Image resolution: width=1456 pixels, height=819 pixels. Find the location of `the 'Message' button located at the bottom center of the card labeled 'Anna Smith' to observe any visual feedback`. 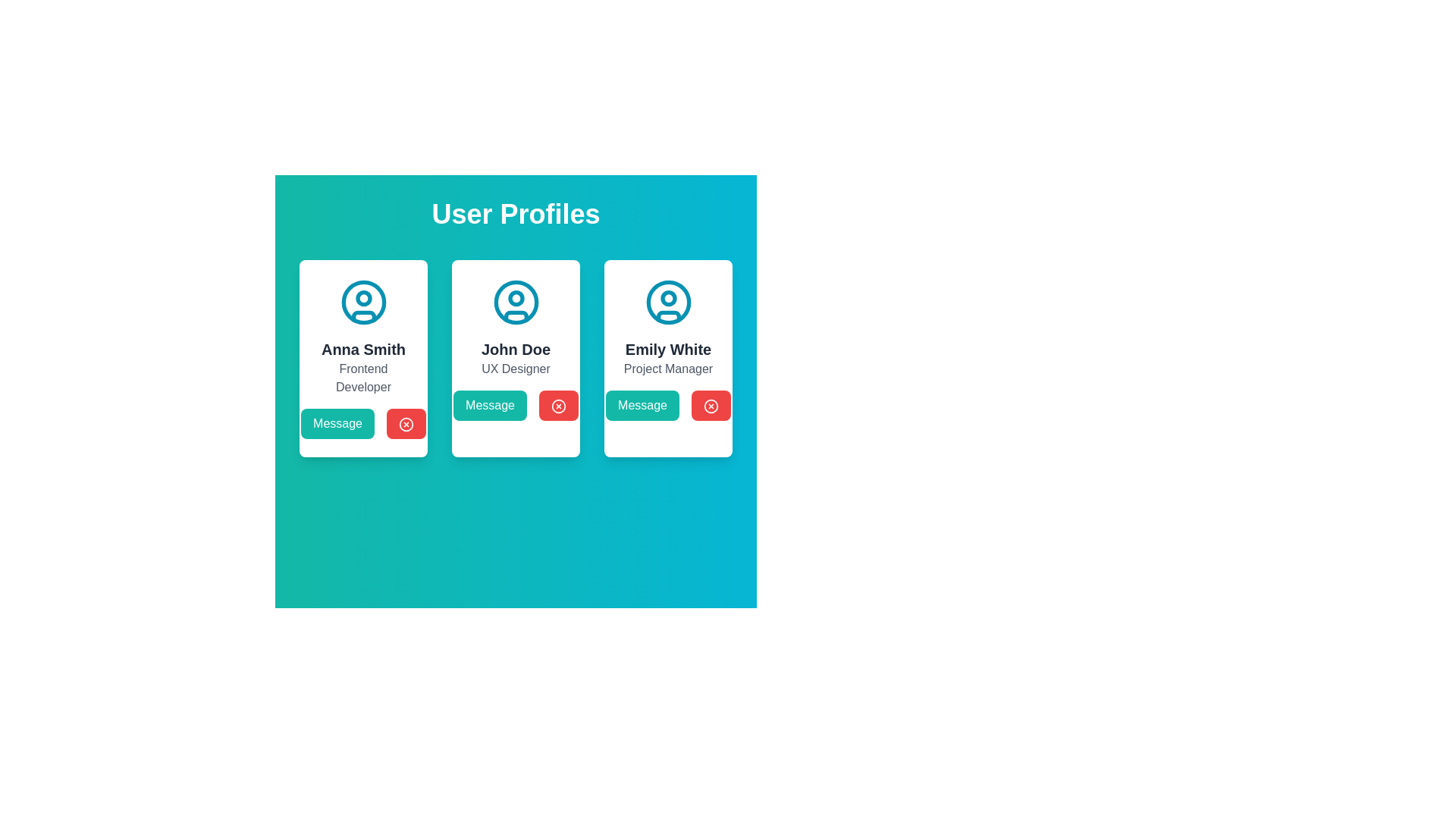

the 'Message' button located at the bottom center of the card labeled 'Anna Smith' to observe any visual feedback is located at coordinates (362, 424).